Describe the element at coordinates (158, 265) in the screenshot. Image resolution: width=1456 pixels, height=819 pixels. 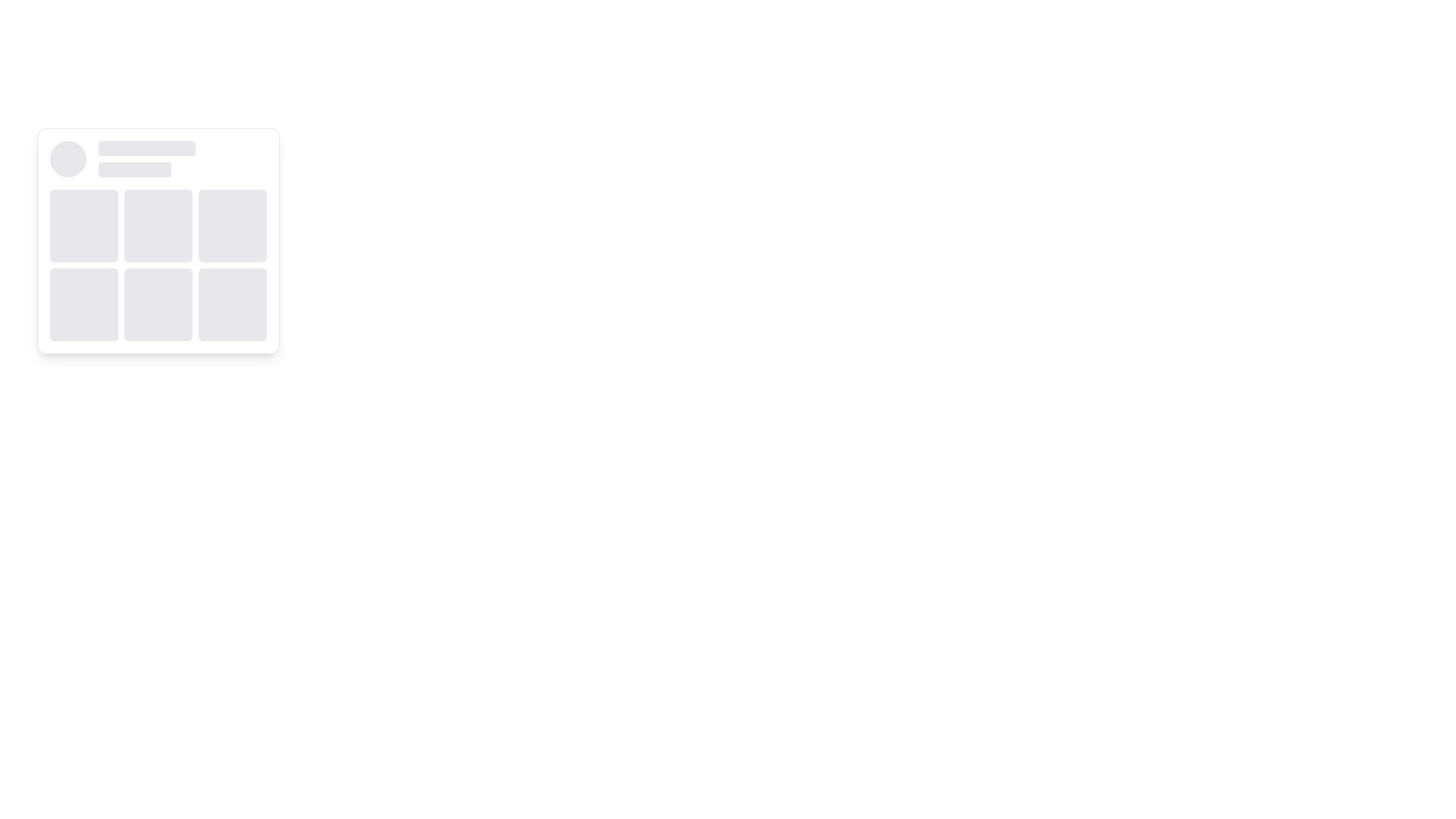
I see `the central grid layout component that serves as a loading or visual placeholder for content, which is situated within a bordered, rounded rectangular card` at that location.